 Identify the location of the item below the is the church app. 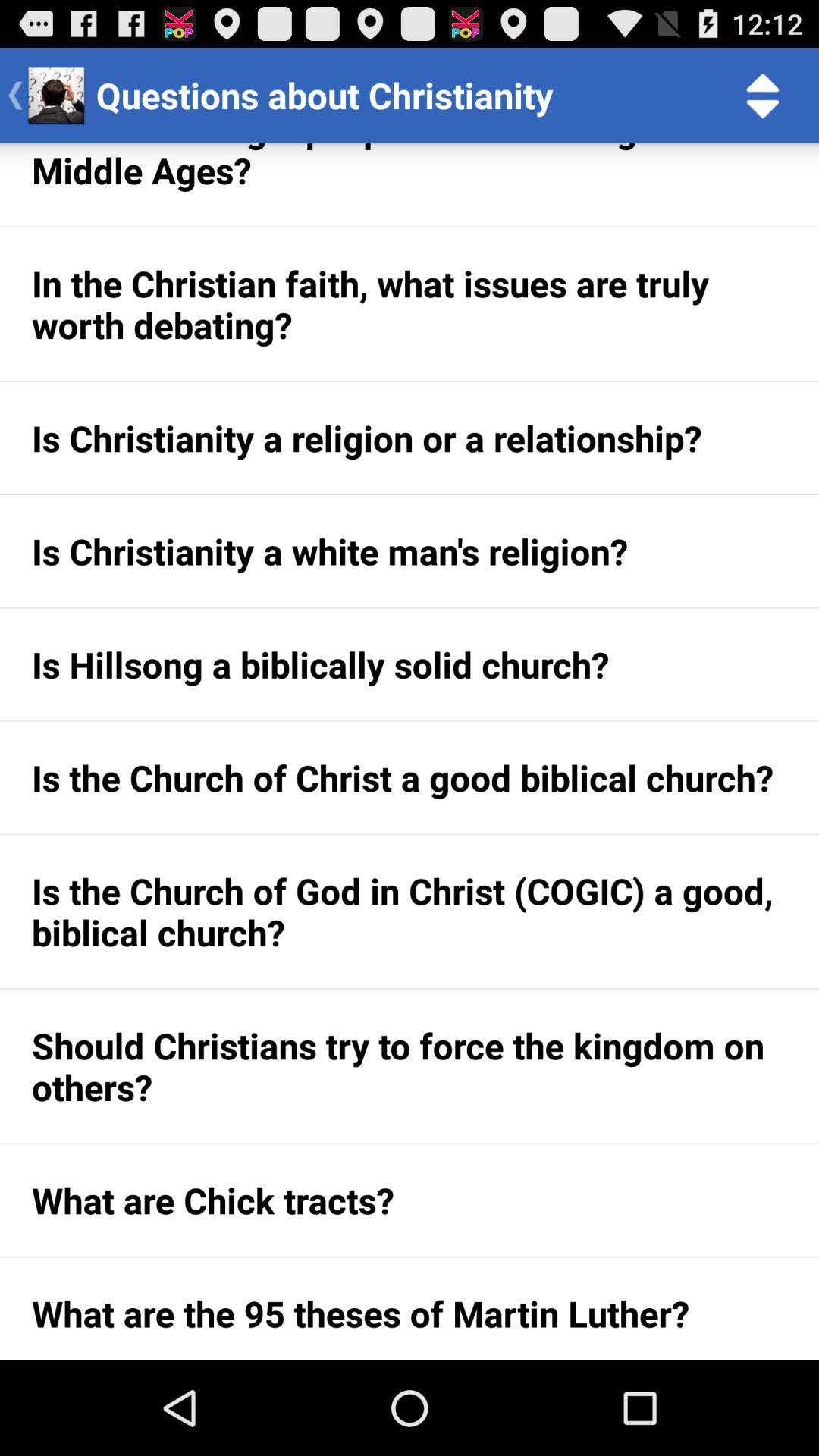
(409, 1065).